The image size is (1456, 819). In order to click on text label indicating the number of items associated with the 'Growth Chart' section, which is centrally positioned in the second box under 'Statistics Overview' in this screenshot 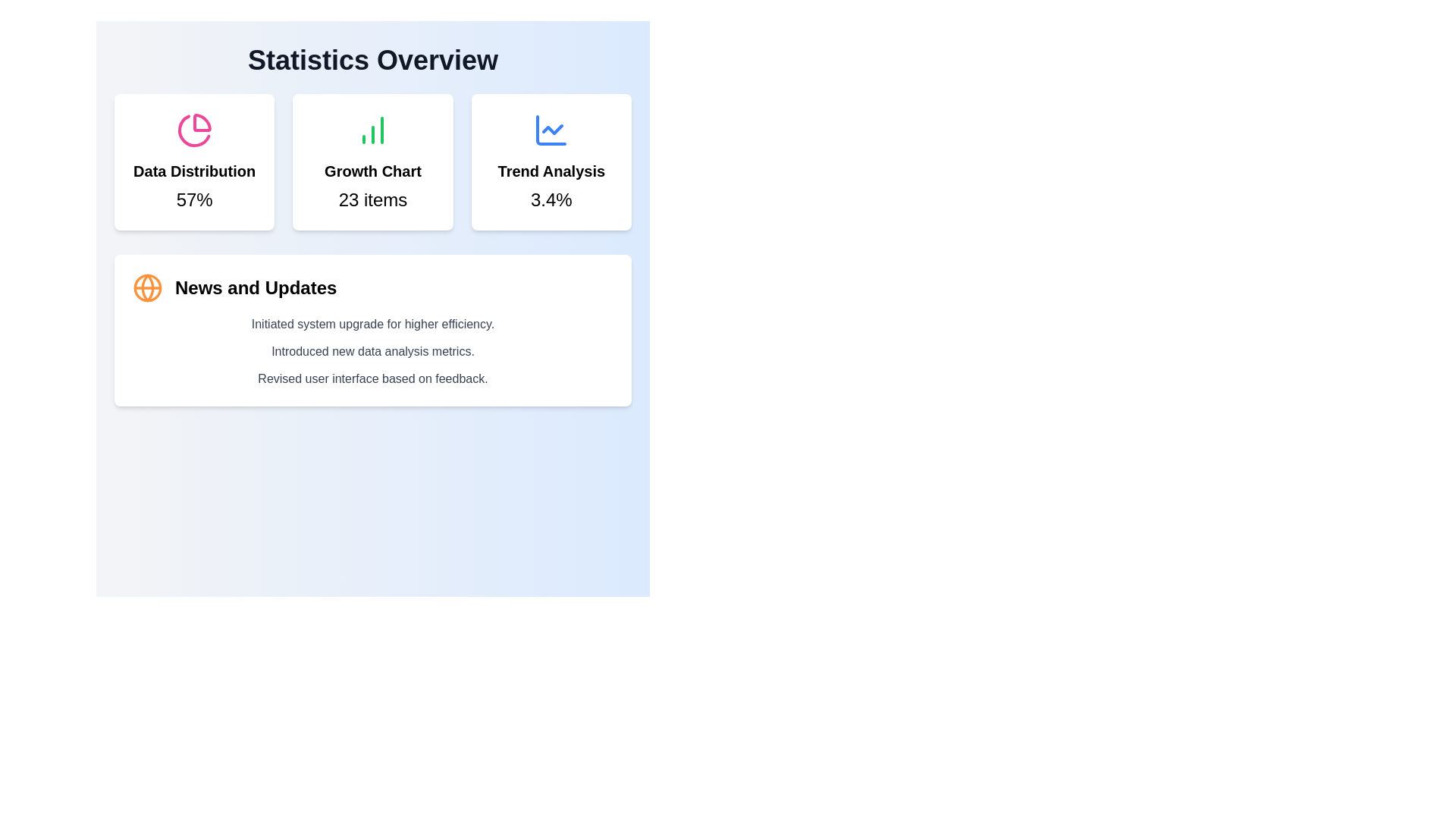, I will do `click(372, 199)`.